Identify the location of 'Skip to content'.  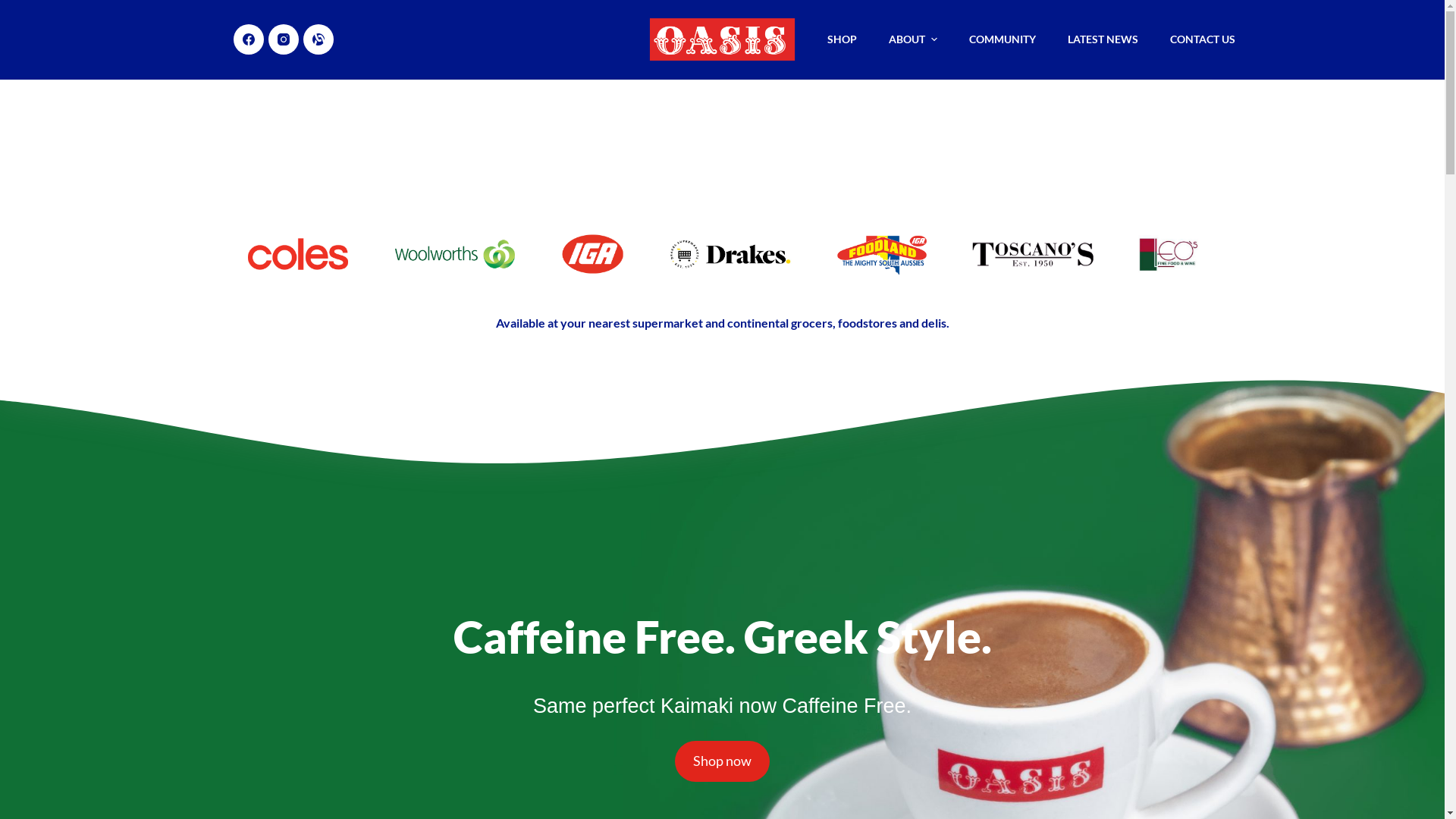
(14, 8).